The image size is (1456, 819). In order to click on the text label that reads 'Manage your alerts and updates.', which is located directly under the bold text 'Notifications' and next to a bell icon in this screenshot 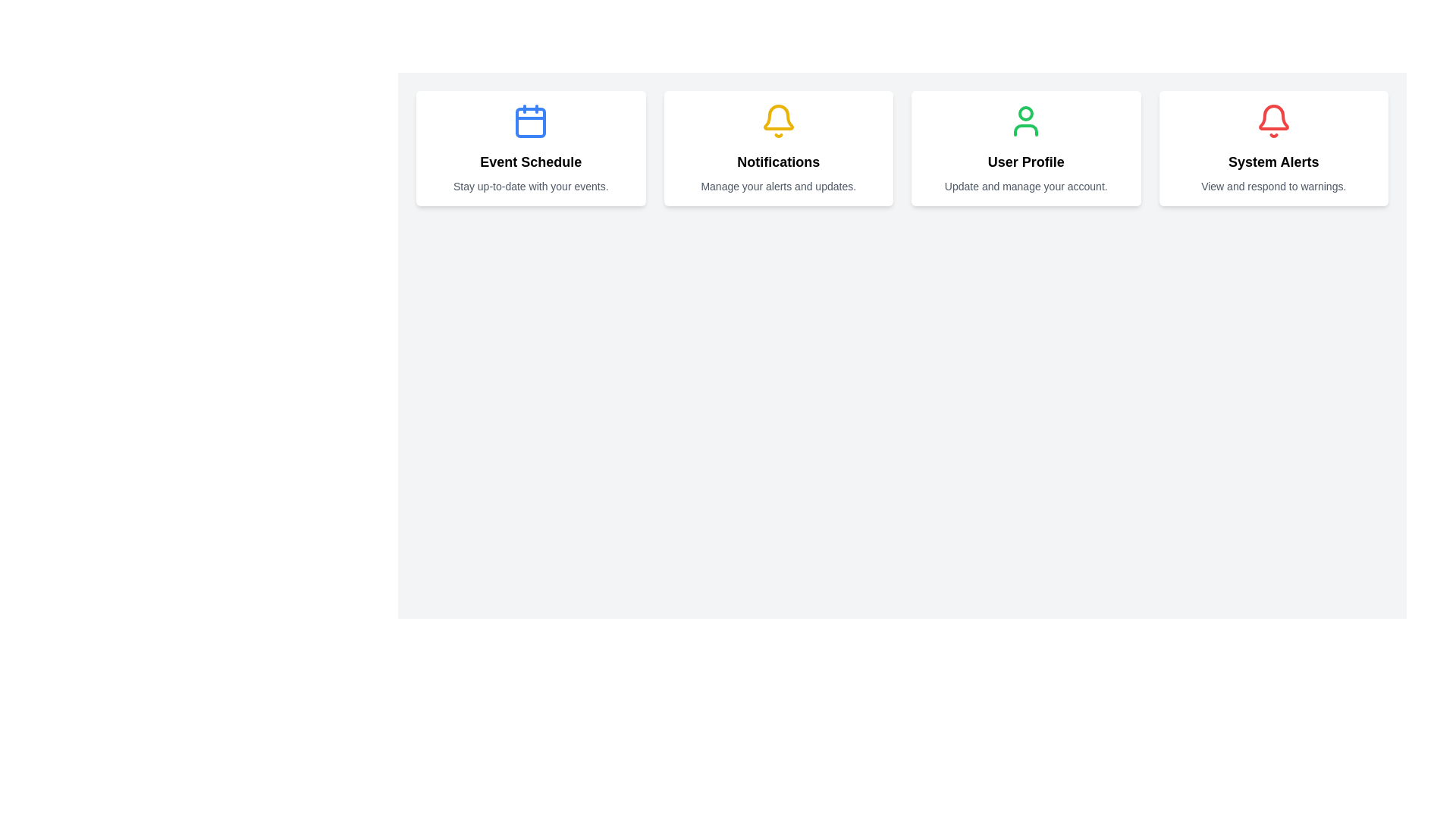, I will do `click(778, 186)`.